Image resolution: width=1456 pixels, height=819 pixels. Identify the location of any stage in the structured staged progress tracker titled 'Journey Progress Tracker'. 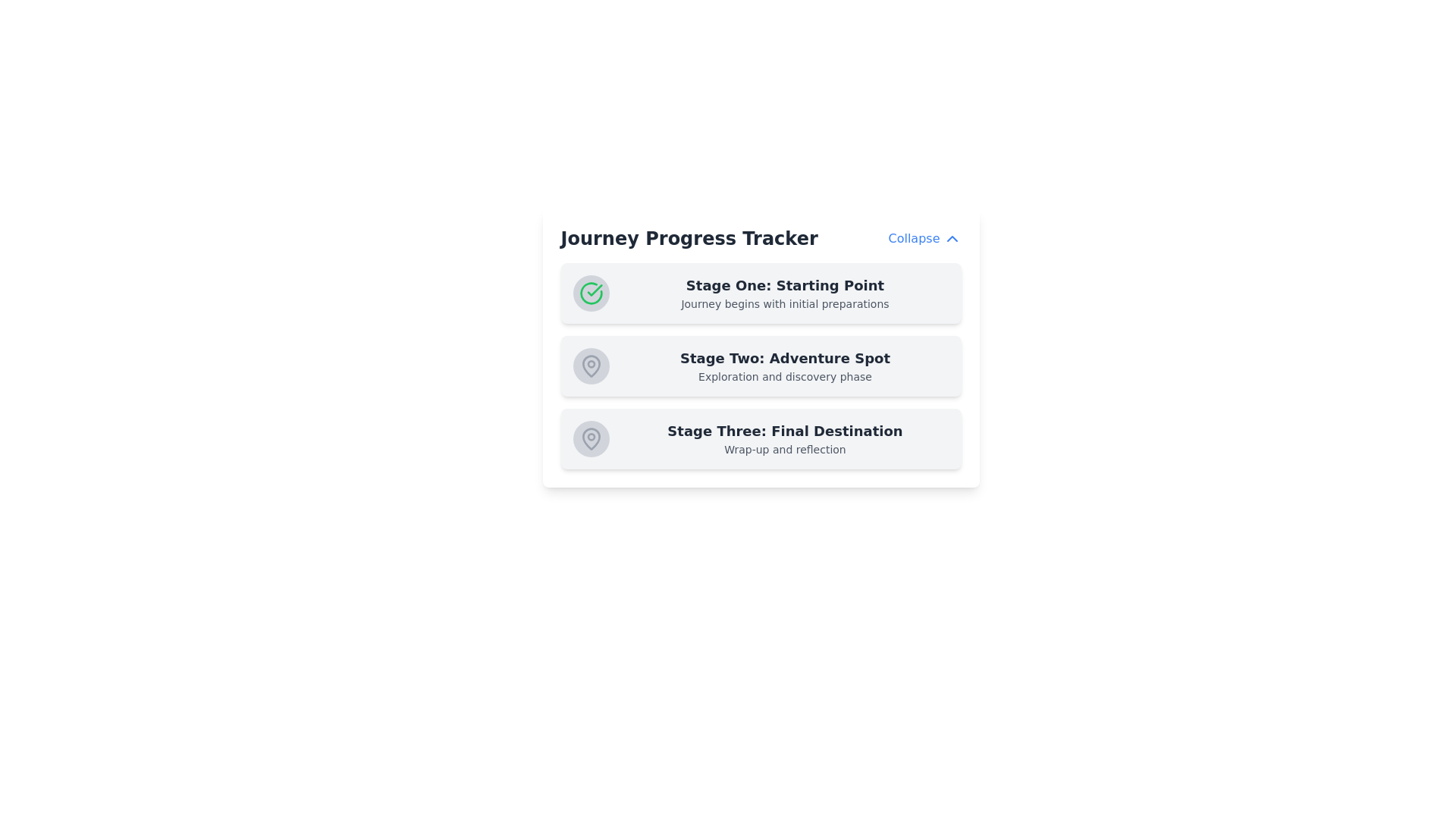
(761, 366).